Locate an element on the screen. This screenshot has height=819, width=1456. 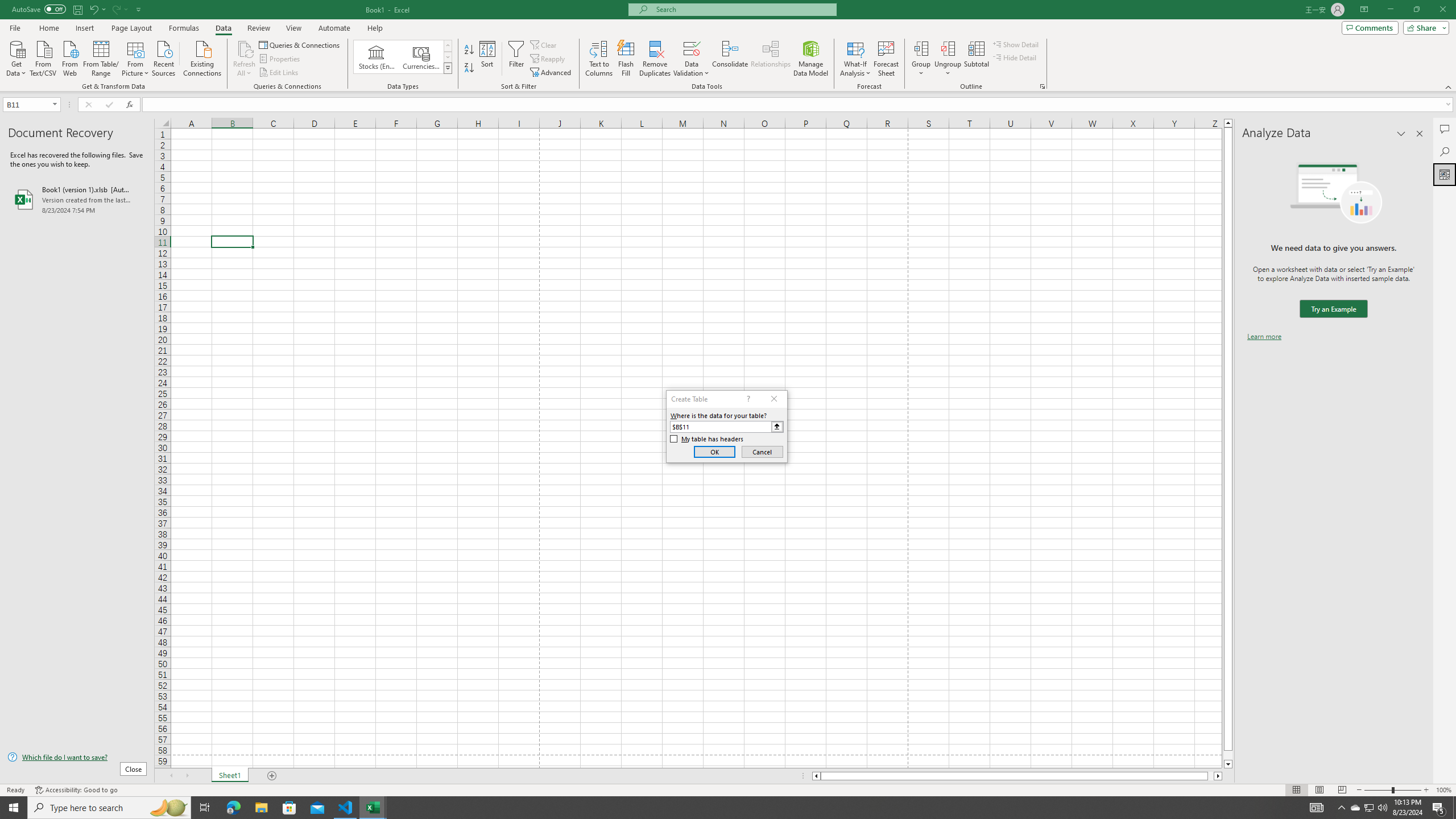
'System' is located at coordinates (6, 5).